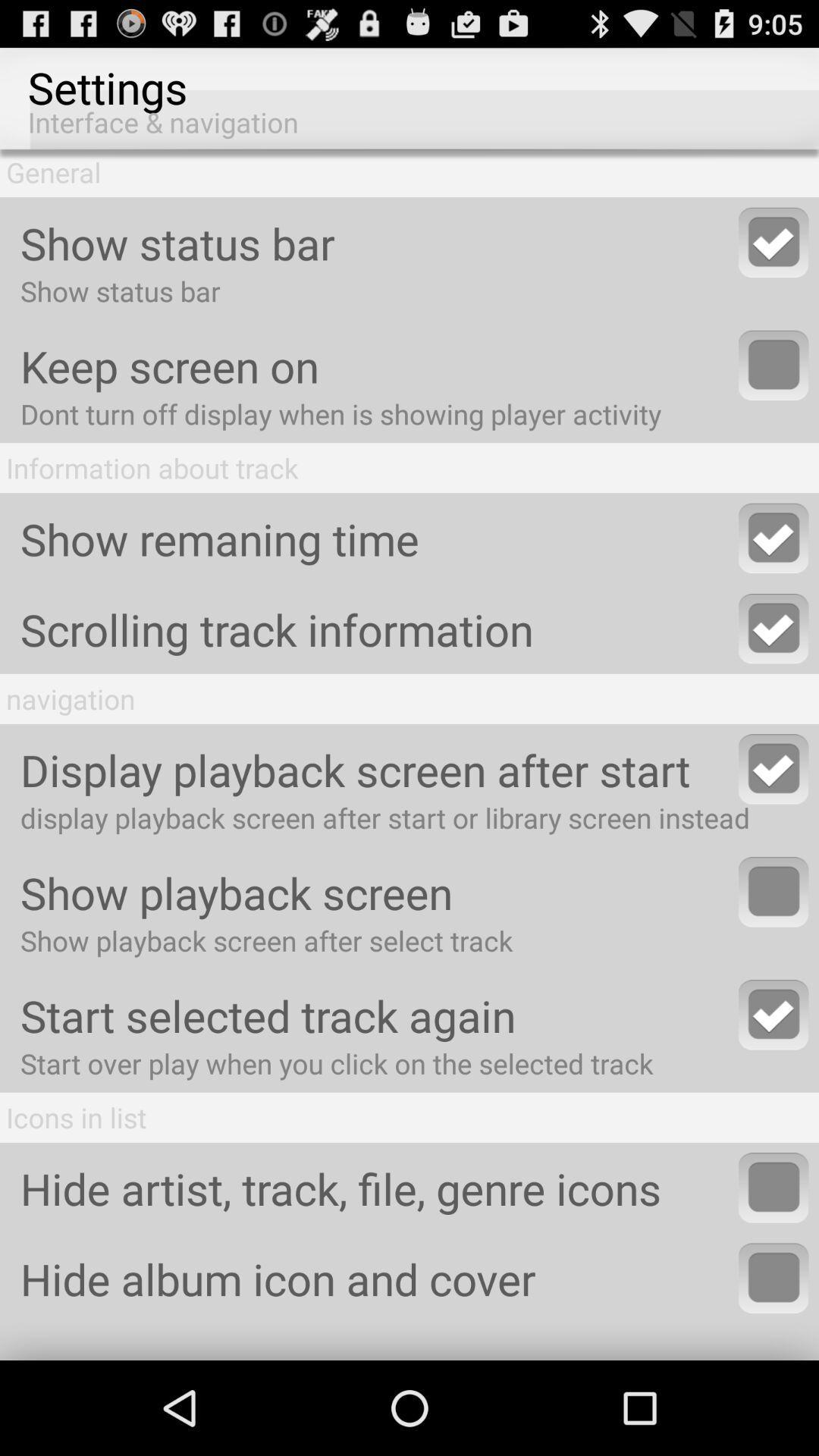  What do you see at coordinates (773, 538) in the screenshot?
I see `enable show remaining time feature` at bounding box center [773, 538].